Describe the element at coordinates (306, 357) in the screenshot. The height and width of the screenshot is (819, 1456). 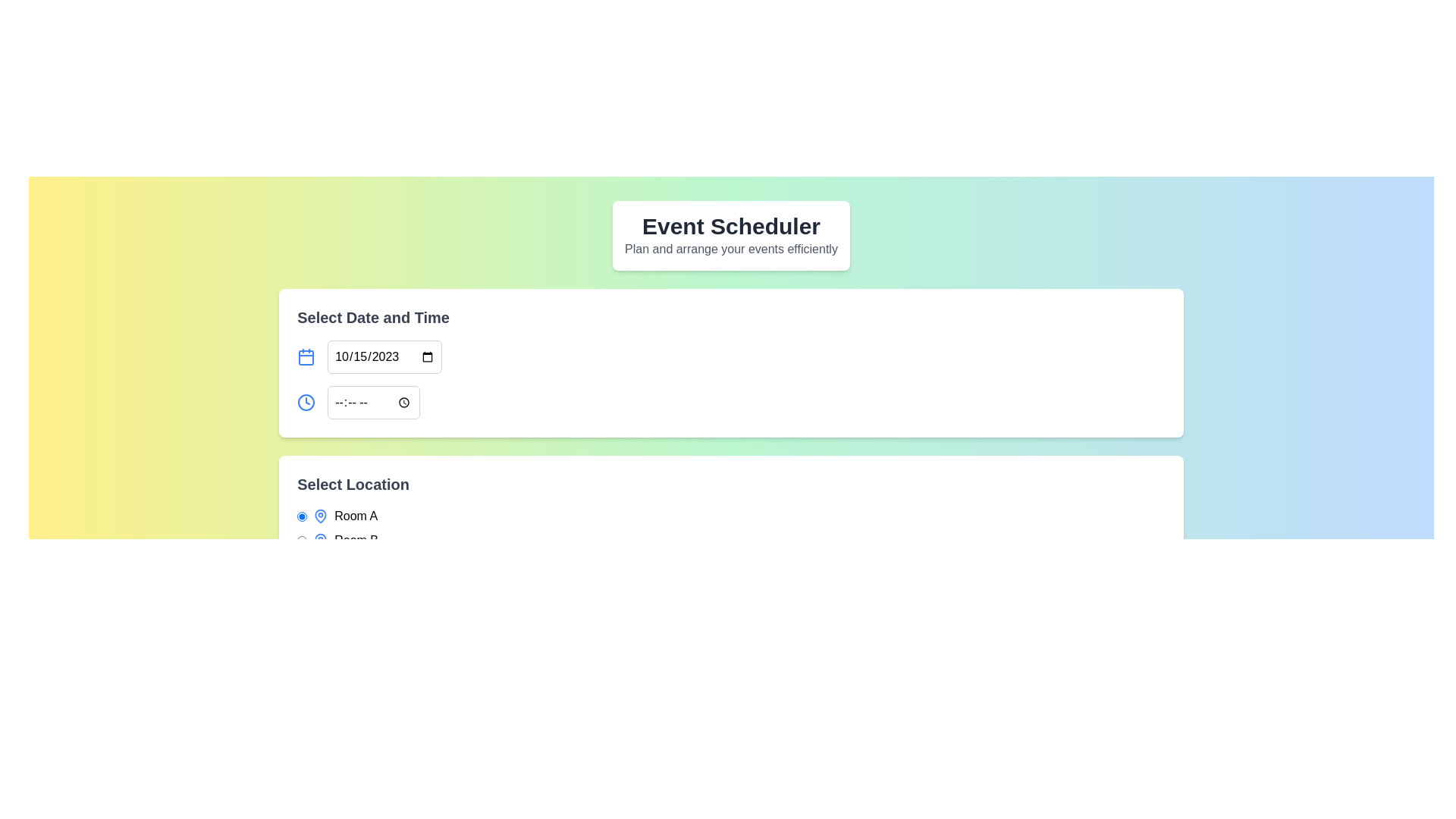
I see `the calendar icon component, which symbolizes date selection, located at the center of the larger calendar icon` at that location.